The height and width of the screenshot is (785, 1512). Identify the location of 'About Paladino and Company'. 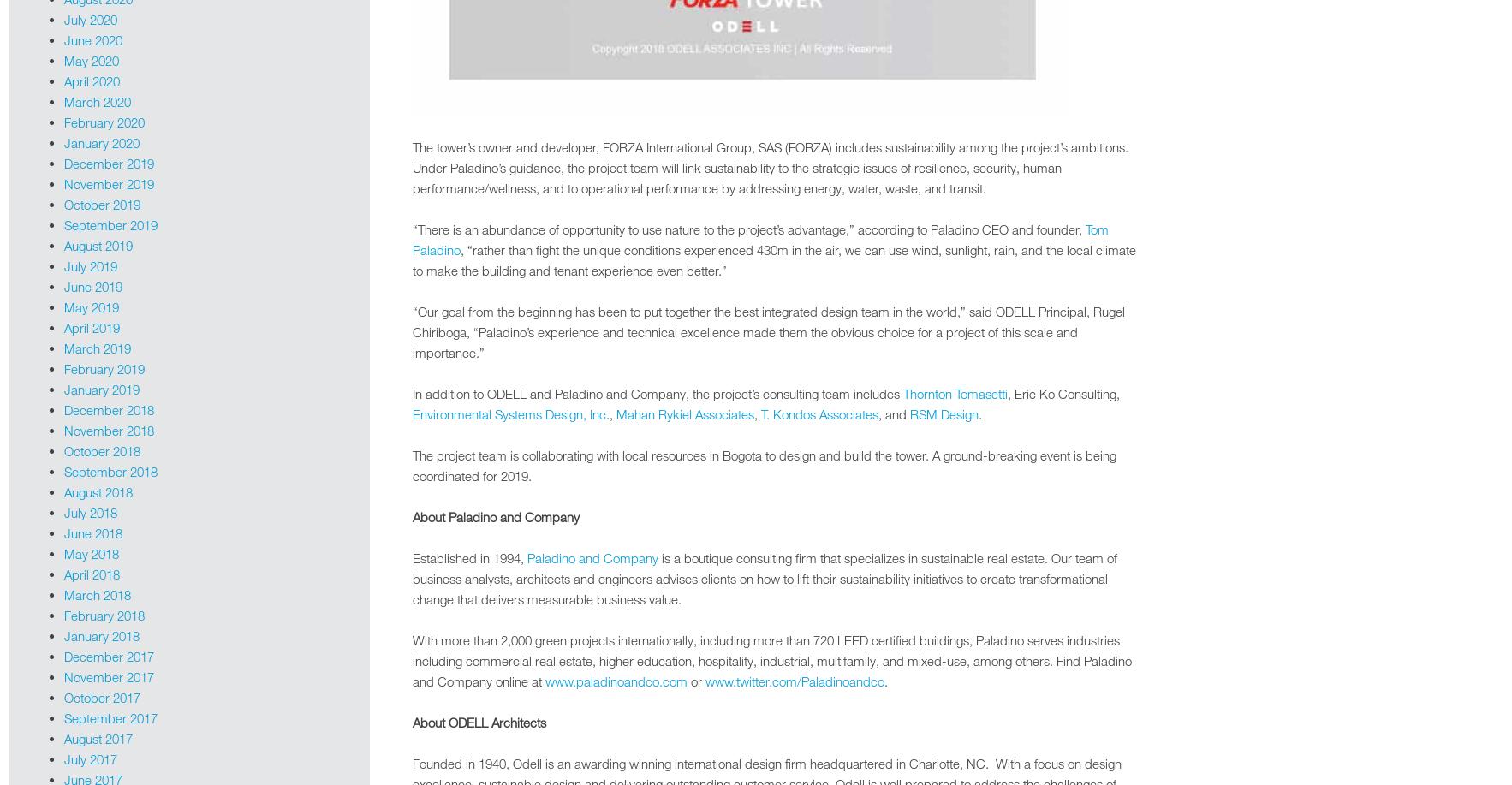
(495, 515).